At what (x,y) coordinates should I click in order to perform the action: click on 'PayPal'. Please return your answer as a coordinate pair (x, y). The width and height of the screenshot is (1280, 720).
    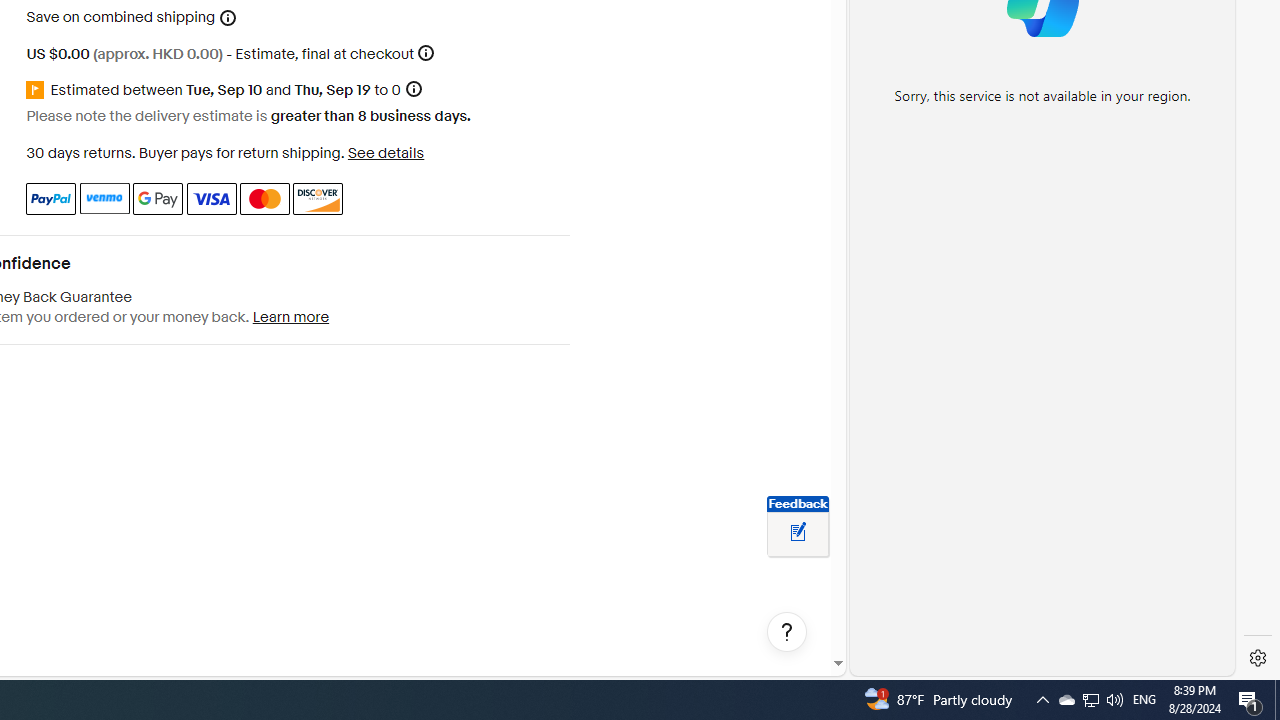
    Looking at the image, I should click on (51, 198).